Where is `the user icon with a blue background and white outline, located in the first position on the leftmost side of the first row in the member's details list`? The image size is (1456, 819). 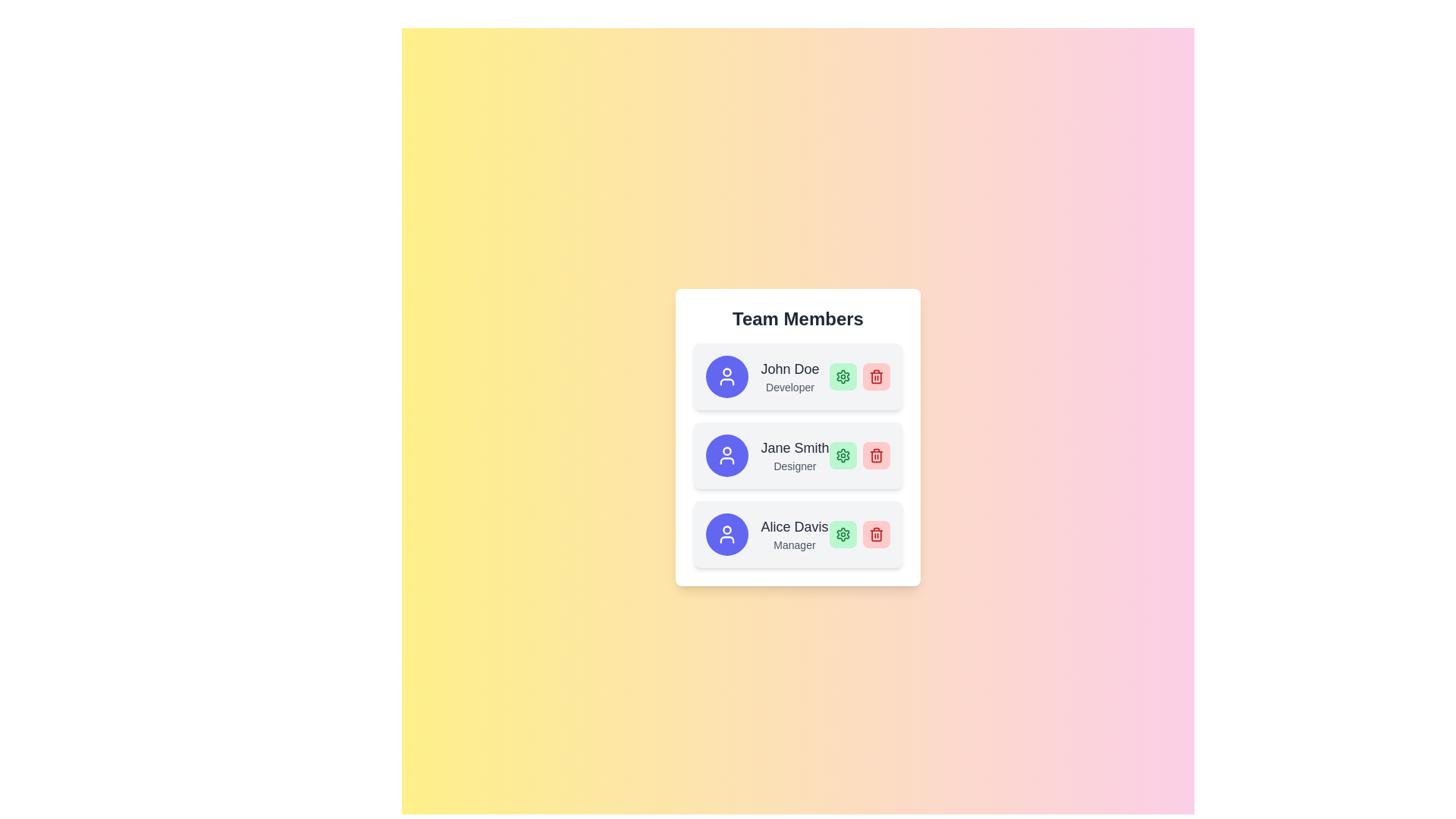 the user icon with a blue background and white outline, located in the first position on the leftmost side of the first row in the member's details list is located at coordinates (726, 376).